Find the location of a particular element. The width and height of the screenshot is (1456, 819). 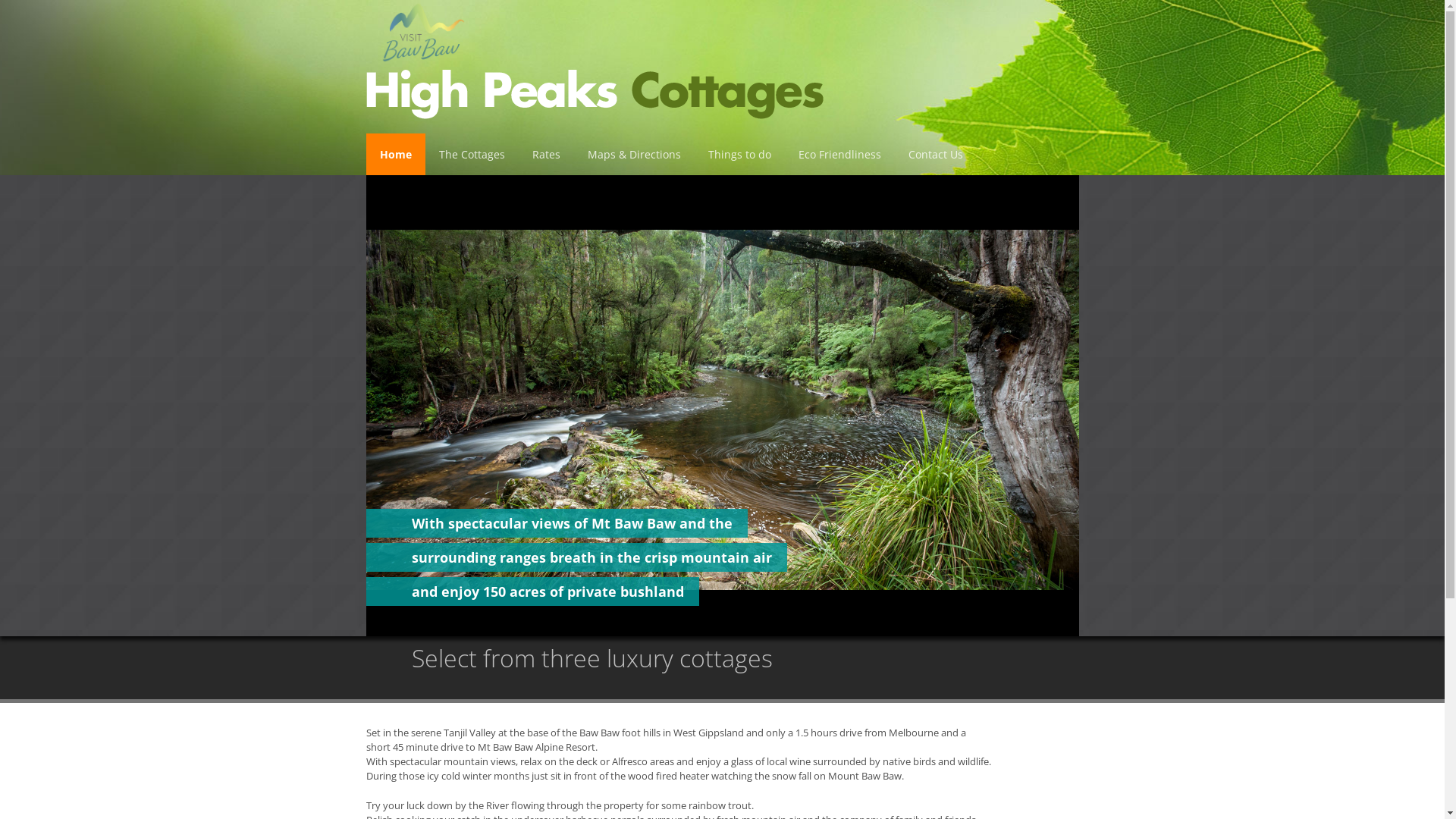

'Tanjil River West Branch' is located at coordinates (720, 405).